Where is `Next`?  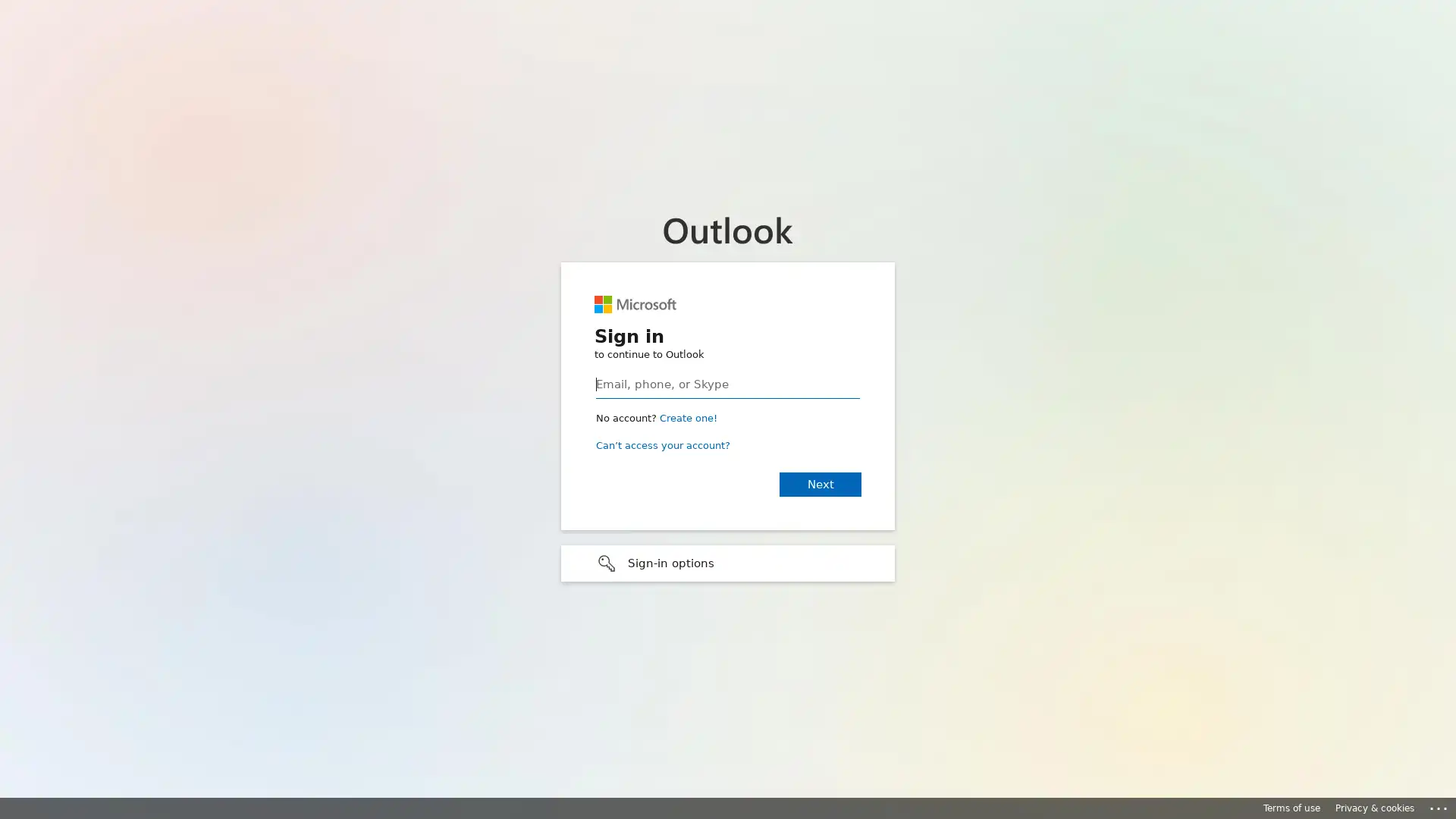 Next is located at coordinates (819, 483).